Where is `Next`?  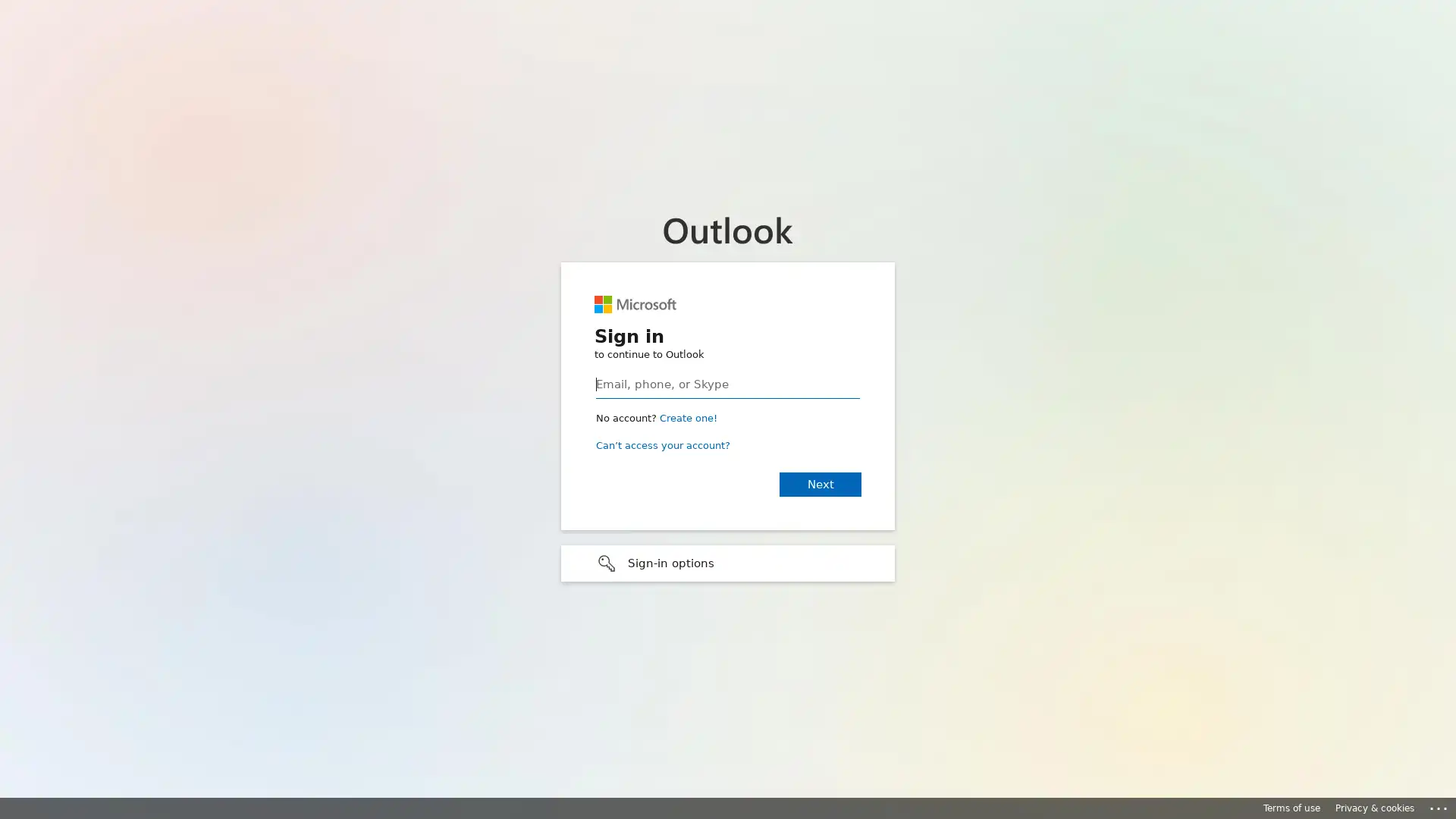 Next is located at coordinates (819, 483).